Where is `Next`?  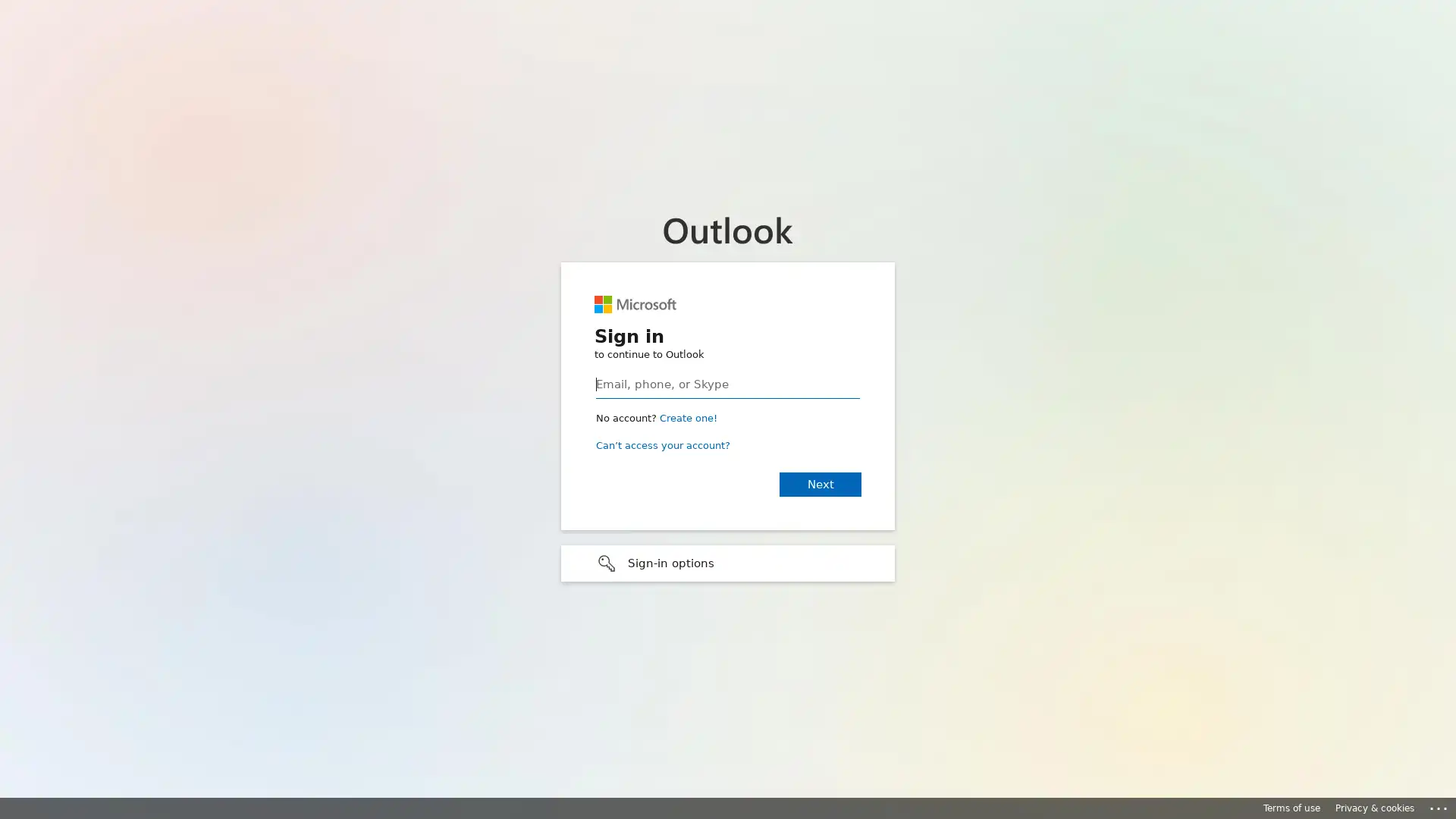 Next is located at coordinates (819, 483).